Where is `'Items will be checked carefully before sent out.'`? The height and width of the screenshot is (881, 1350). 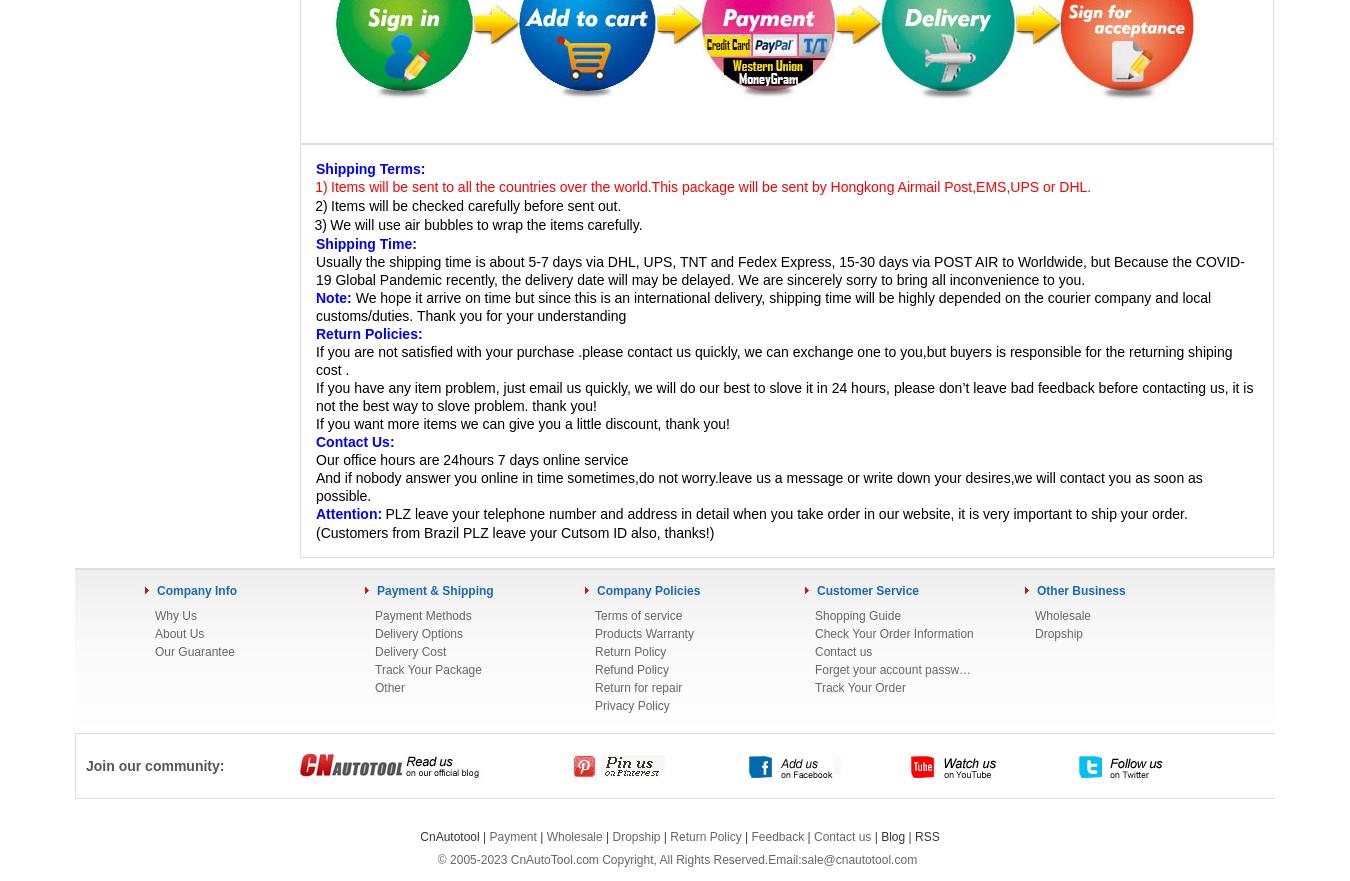
'Items will be checked carefully before sent out.' is located at coordinates (475, 204).